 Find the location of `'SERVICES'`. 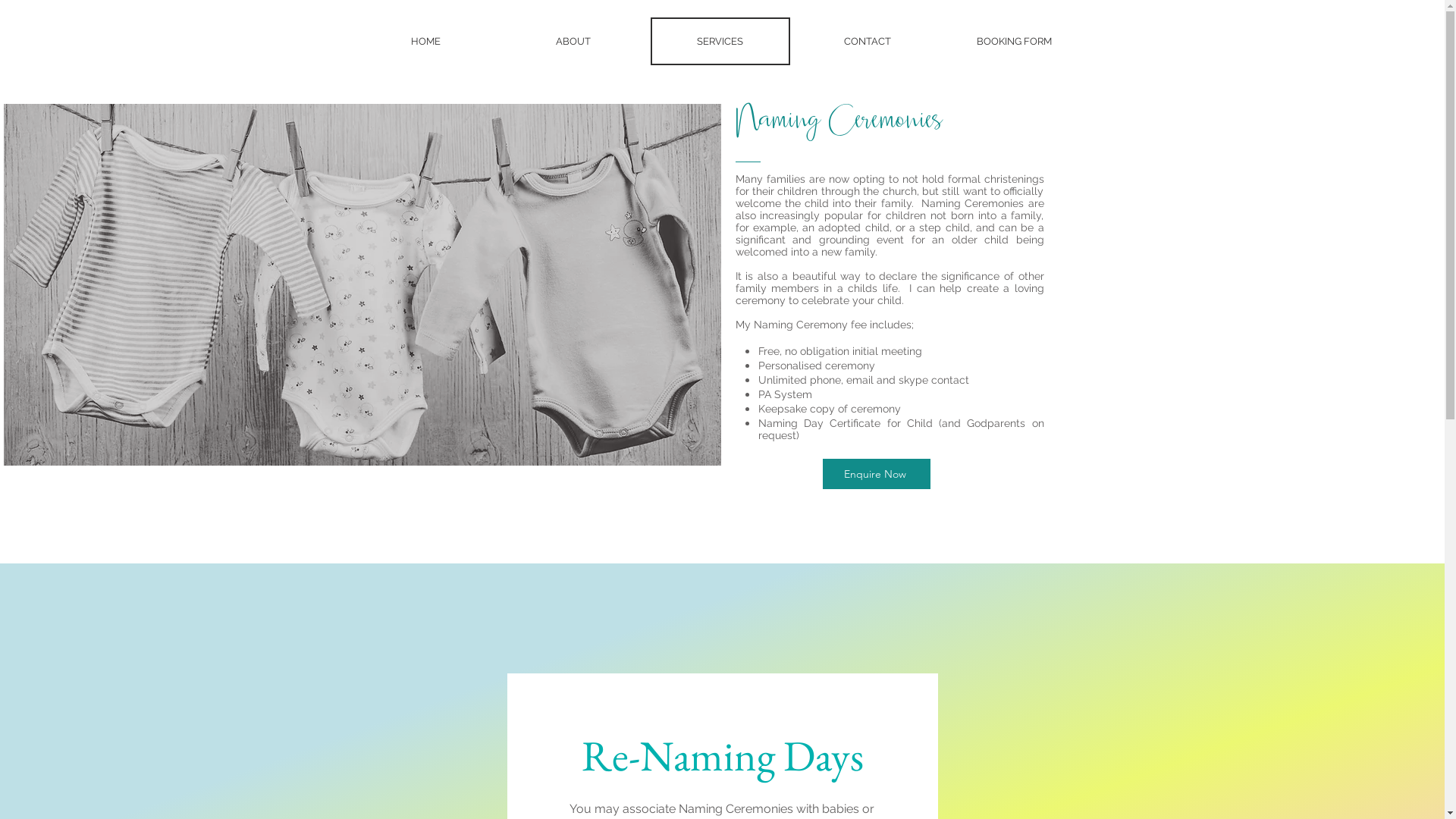

'SERVICES' is located at coordinates (720, 40).